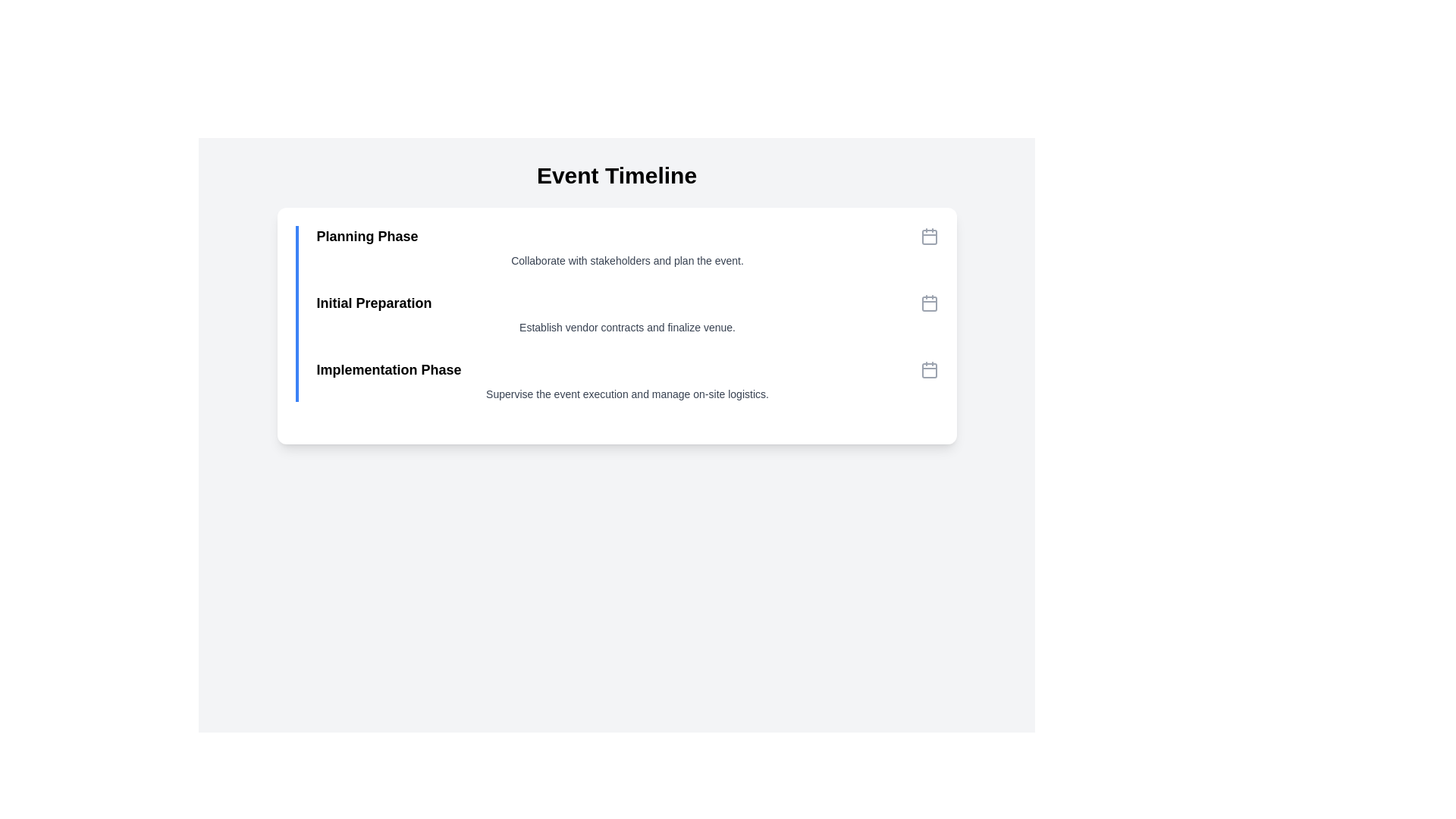 This screenshot has height=819, width=1456. I want to click on the topmost calendar icon in the Event Timeline section, which represents the 'Planning Phase', so click(928, 237).